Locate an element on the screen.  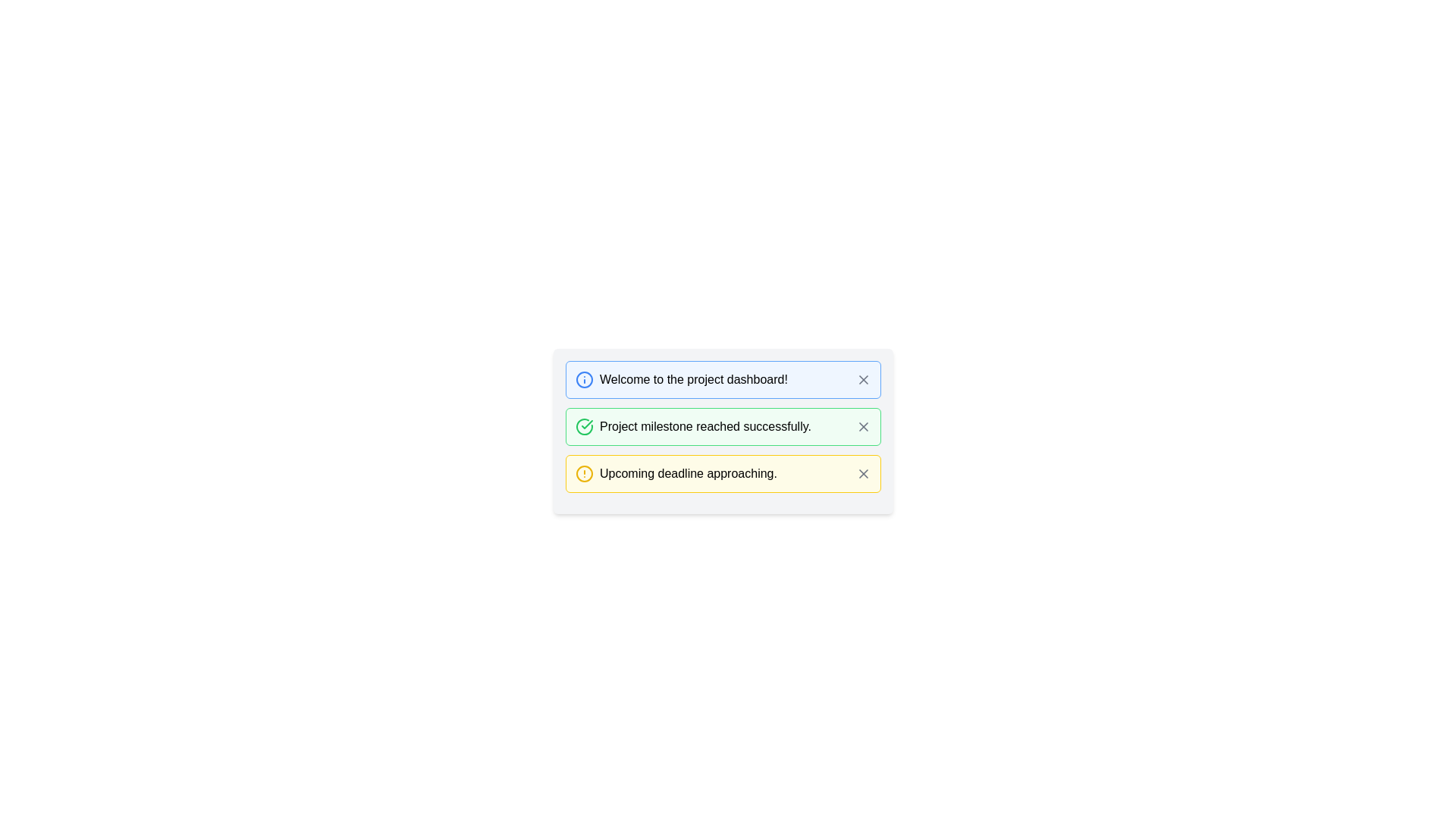
the text label that reads 'Project milestone reached successfully.' which is inside a green-highlighted rectangular box, positioned below a blue alert message and above a yellow alert message is located at coordinates (692, 427).